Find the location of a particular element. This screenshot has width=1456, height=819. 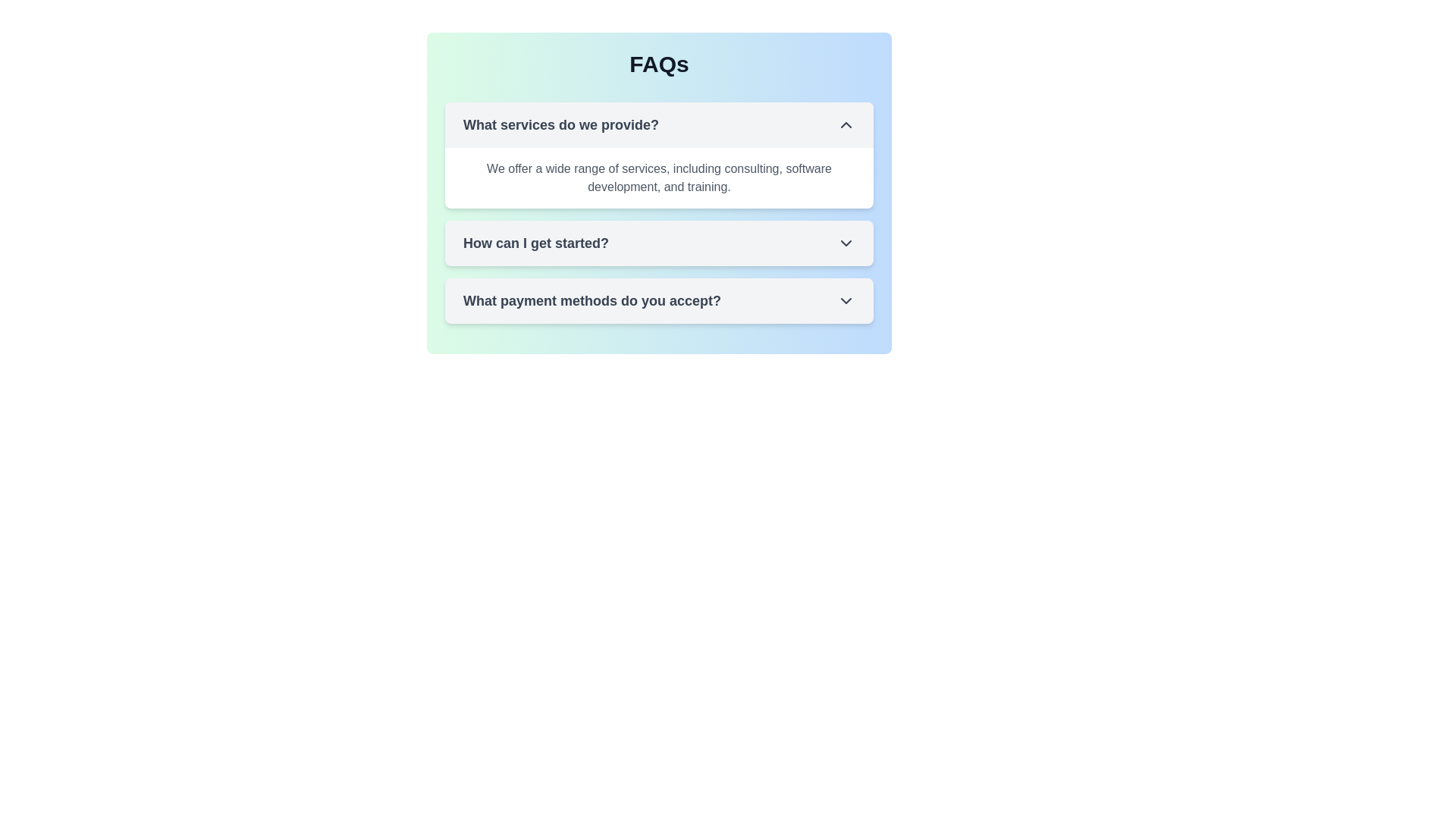

the small downward-pointing chevron icon near the right side of the 'How can I get started?' header in the FAQs section is located at coordinates (846, 242).